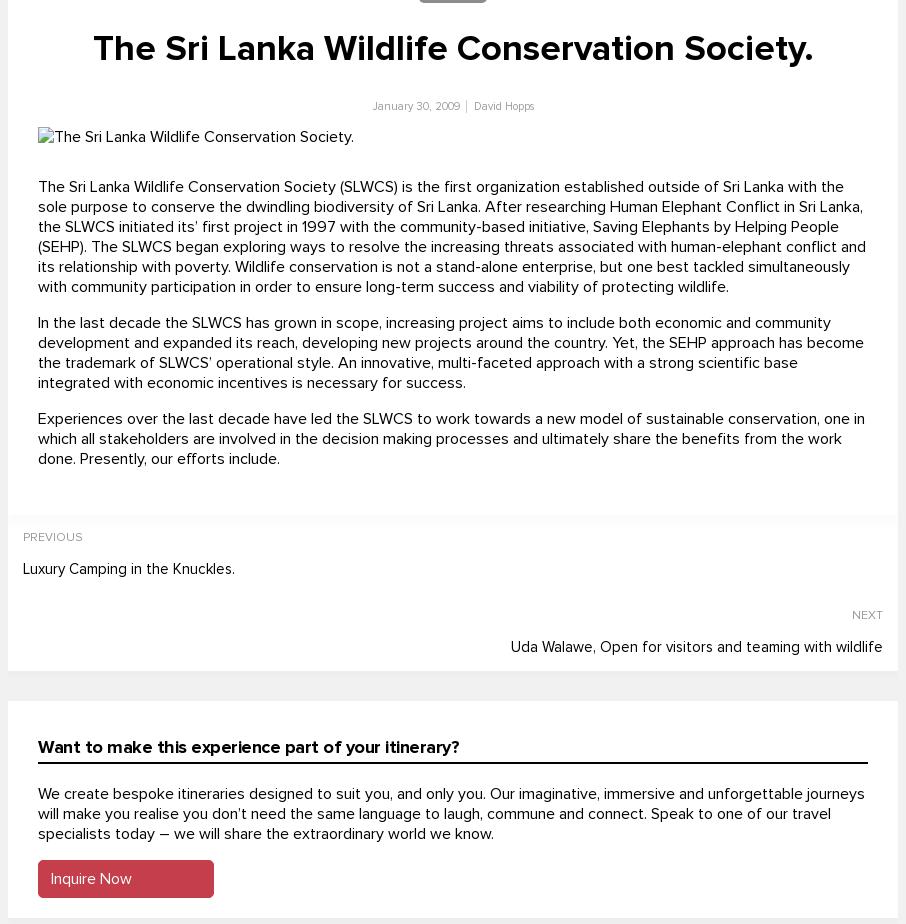 This screenshot has height=924, width=906. I want to click on 'Uda Walawe, Open for visitors and teaming with wildlife', so click(696, 646).